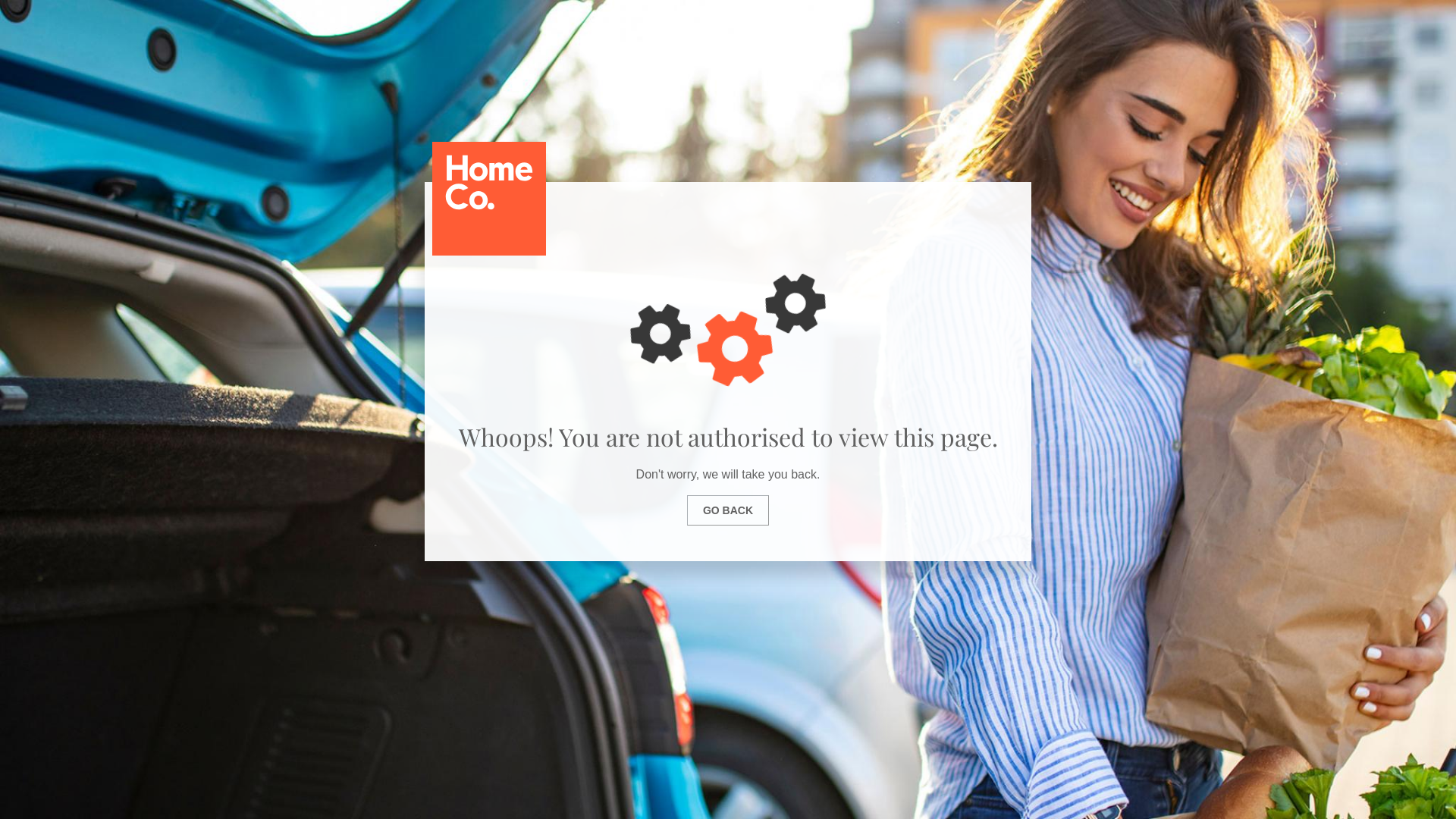 The height and width of the screenshot is (819, 1456). I want to click on 'GO BACK', so click(728, 510).